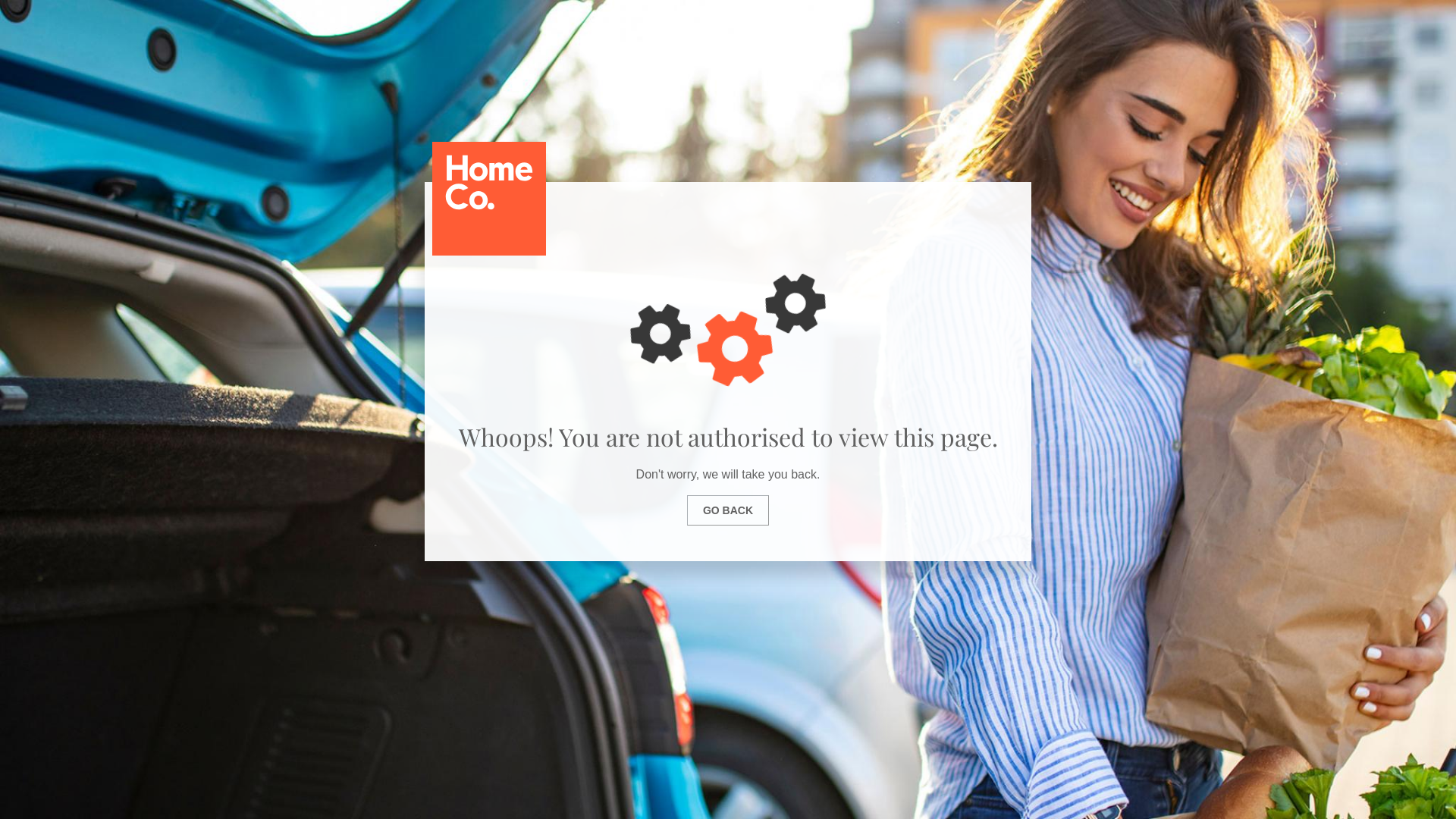 The height and width of the screenshot is (819, 1456). I want to click on 'GO BACK', so click(728, 510).